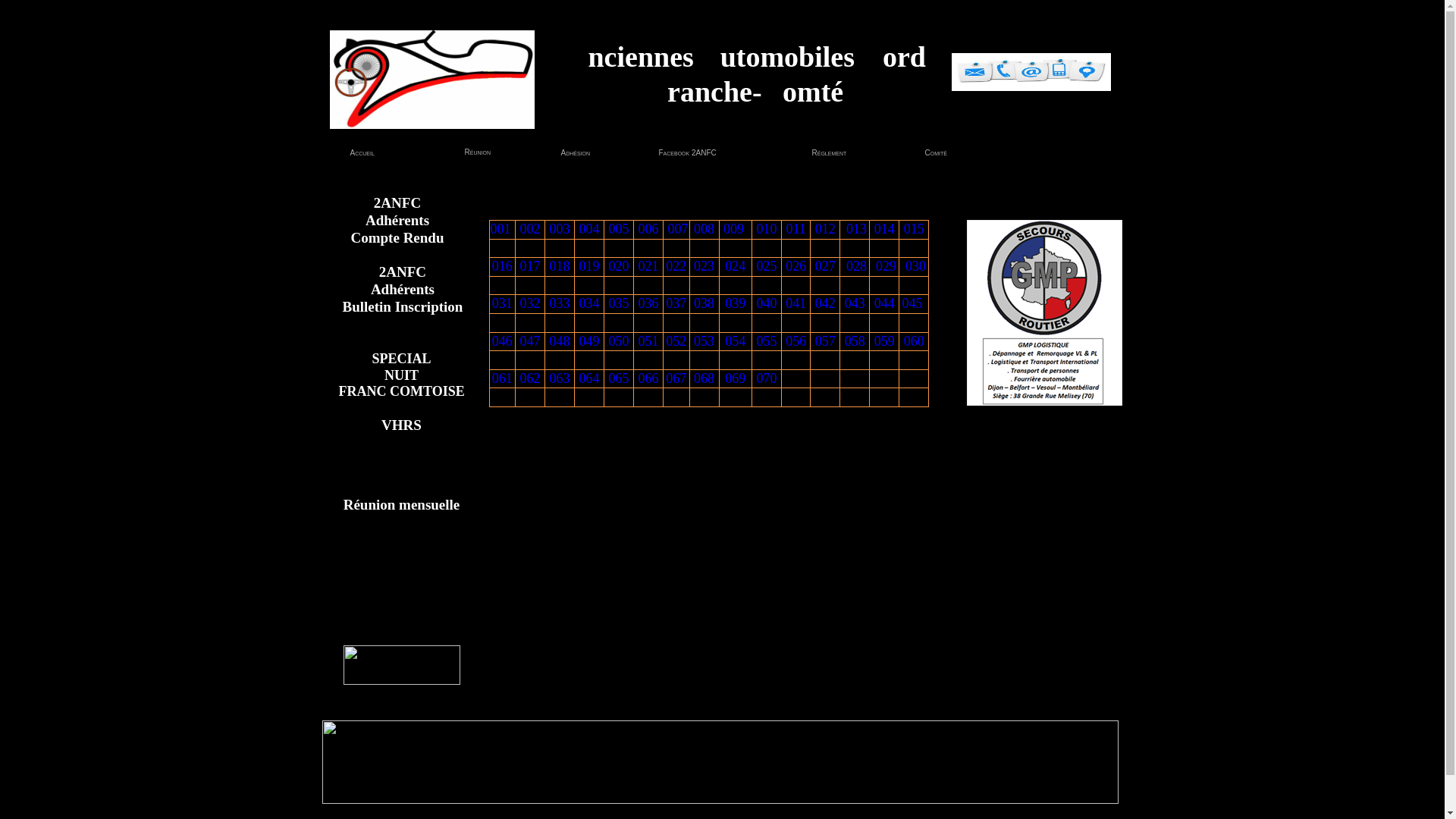 The image size is (1456, 819). What do you see at coordinates (588, 265) in the screenshot?
I see `'019'` at bounding box center [588, 265].